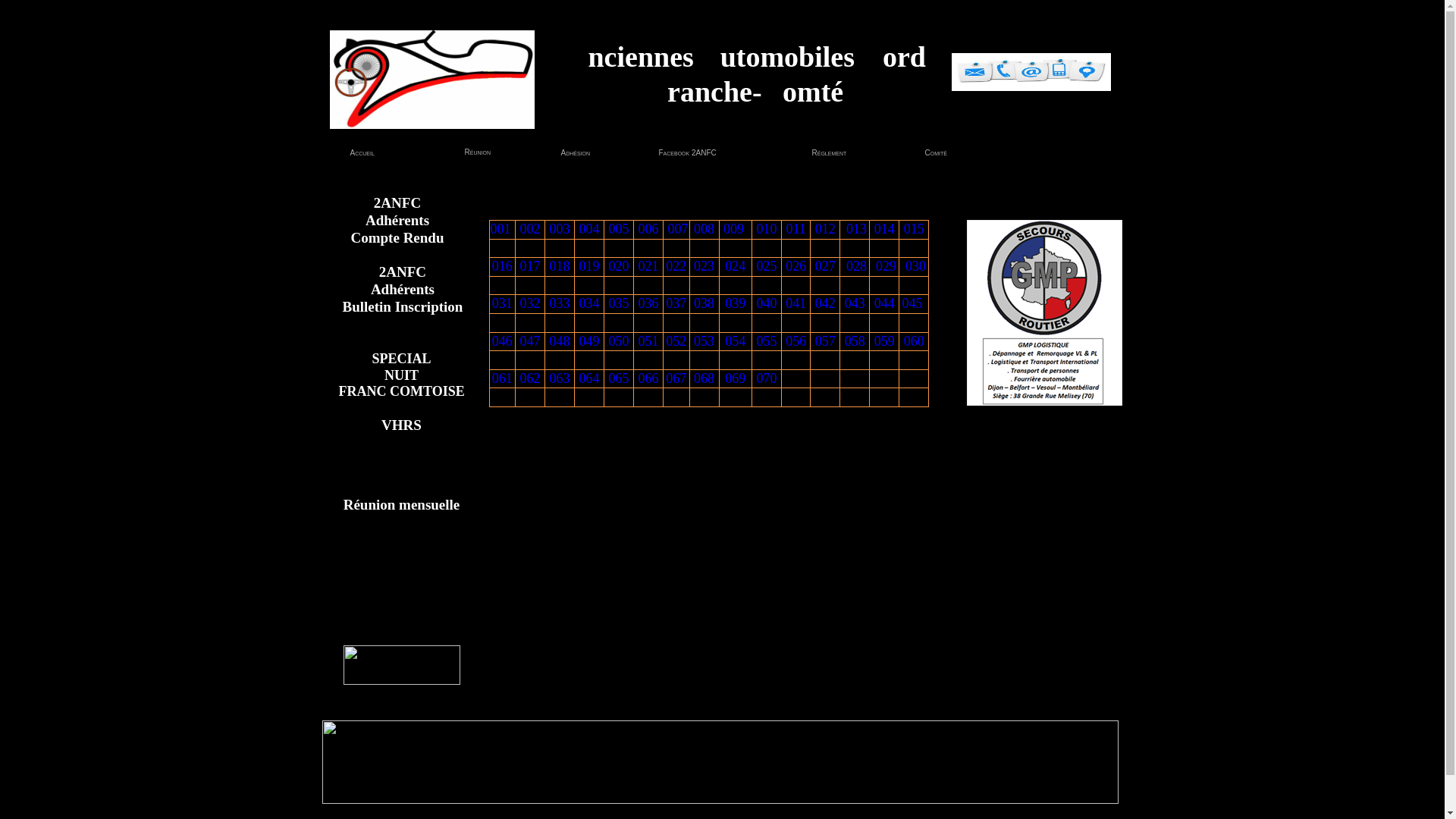 The image size is (1456, 819). What do you see at coordinates (588, 265) in the screenshot?
I see `'019'` at bounding box center [588, 265].